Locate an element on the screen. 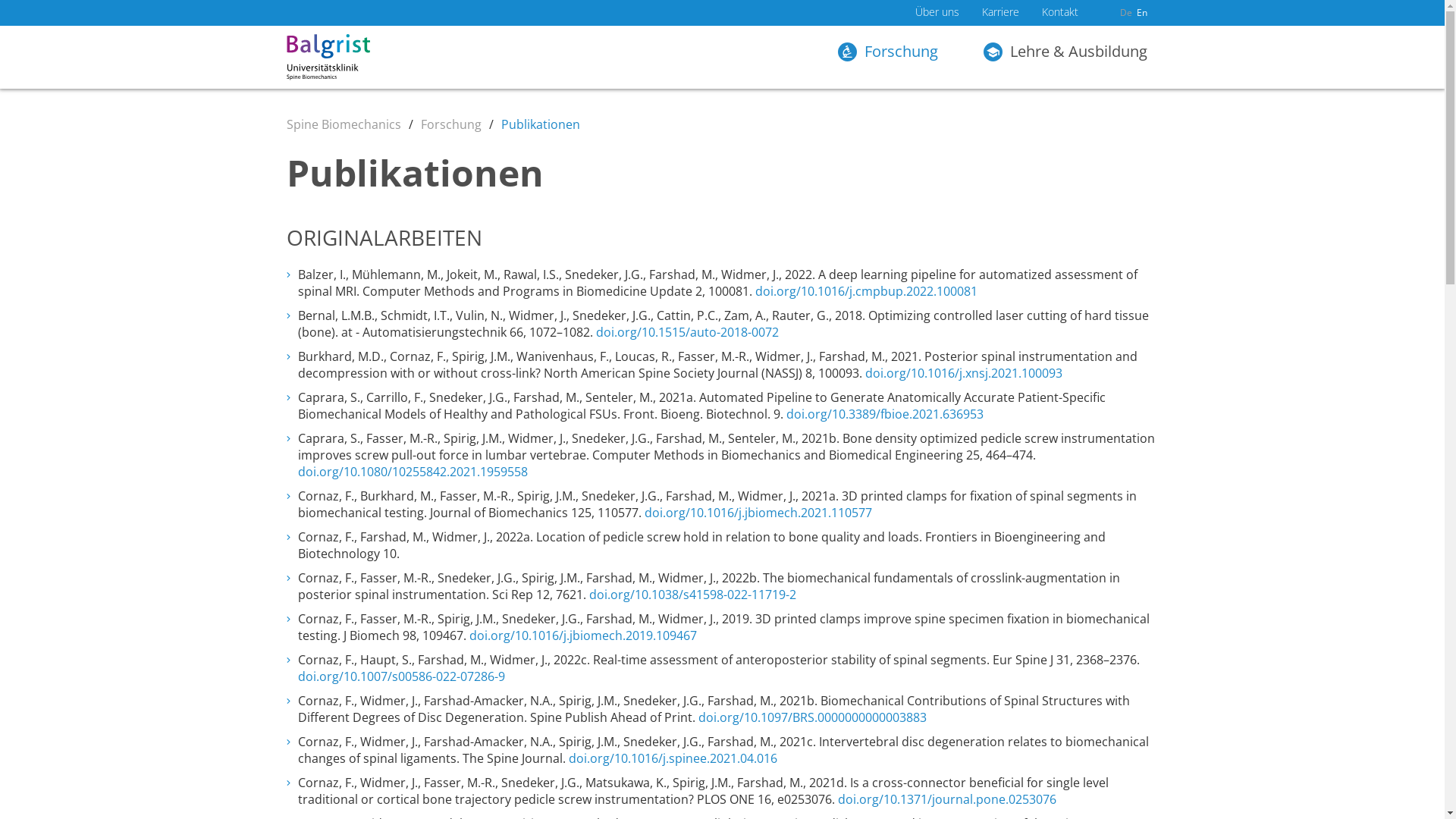 This screenshot has height=819, width=1456. 'doi.org/10.1016/j.jbiomech.2021.110577' is located at coordinates (758, 512).